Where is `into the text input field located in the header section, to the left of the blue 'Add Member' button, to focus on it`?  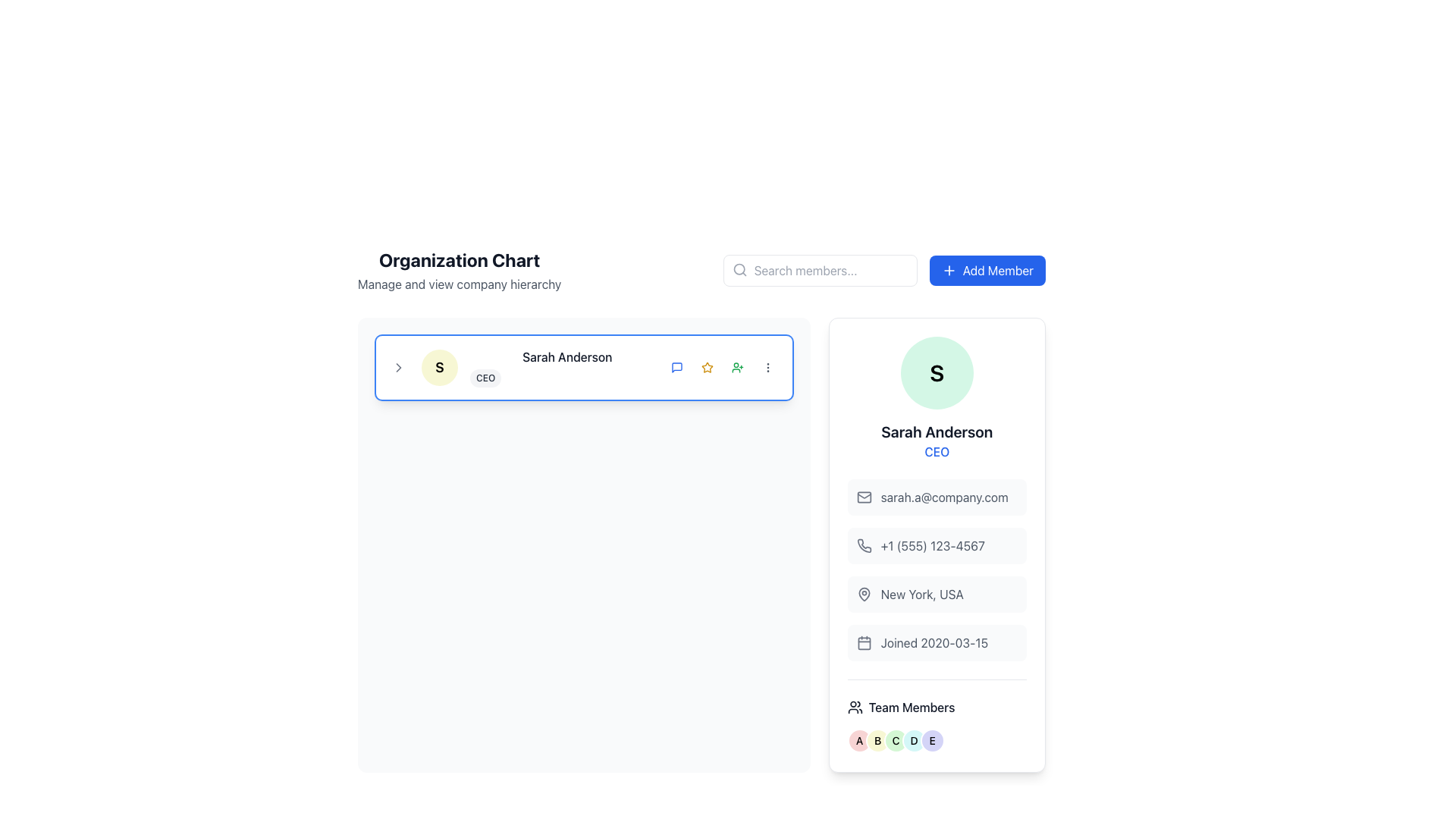 into the text input field located in the header section, to the left of the blue 'Add Member' button, to focus on it is located at coordinates (819, 270).